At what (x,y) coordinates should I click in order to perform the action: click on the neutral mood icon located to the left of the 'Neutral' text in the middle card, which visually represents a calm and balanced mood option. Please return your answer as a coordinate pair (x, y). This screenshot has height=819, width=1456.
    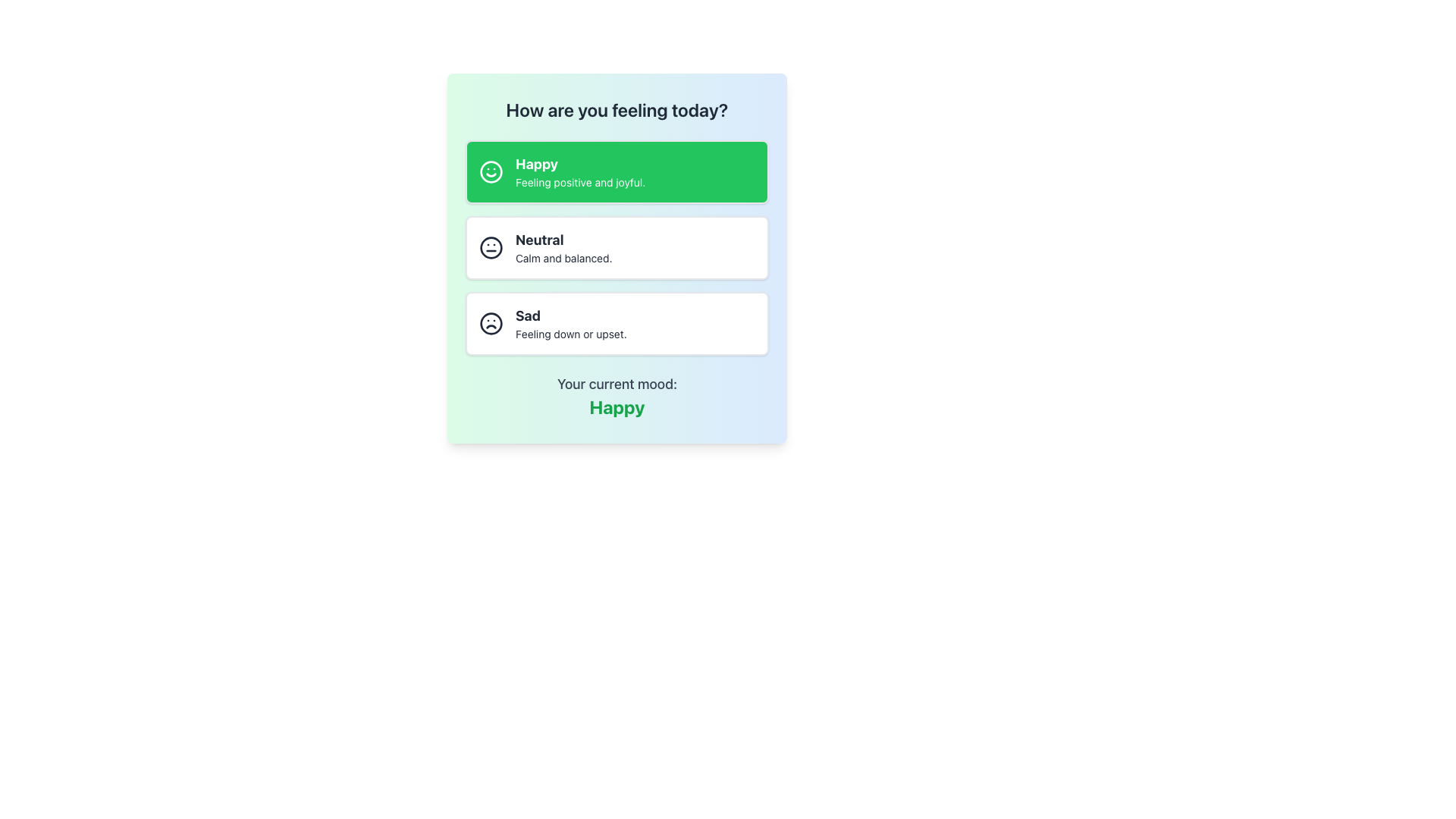
    Looking at the image, I should click on (491, 247).